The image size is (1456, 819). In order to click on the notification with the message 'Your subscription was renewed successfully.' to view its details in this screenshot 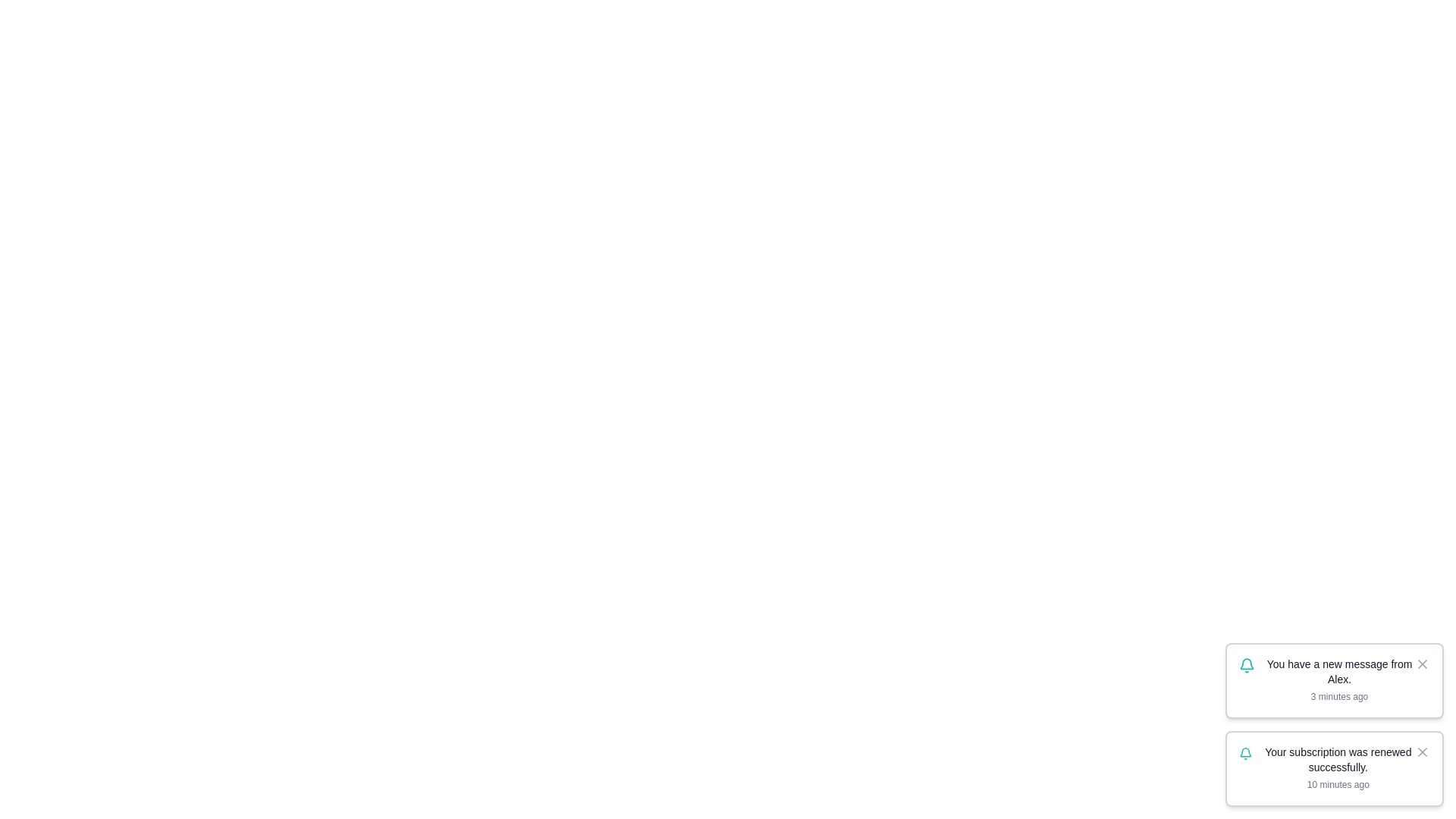, I will do `click(1335, 769)`.